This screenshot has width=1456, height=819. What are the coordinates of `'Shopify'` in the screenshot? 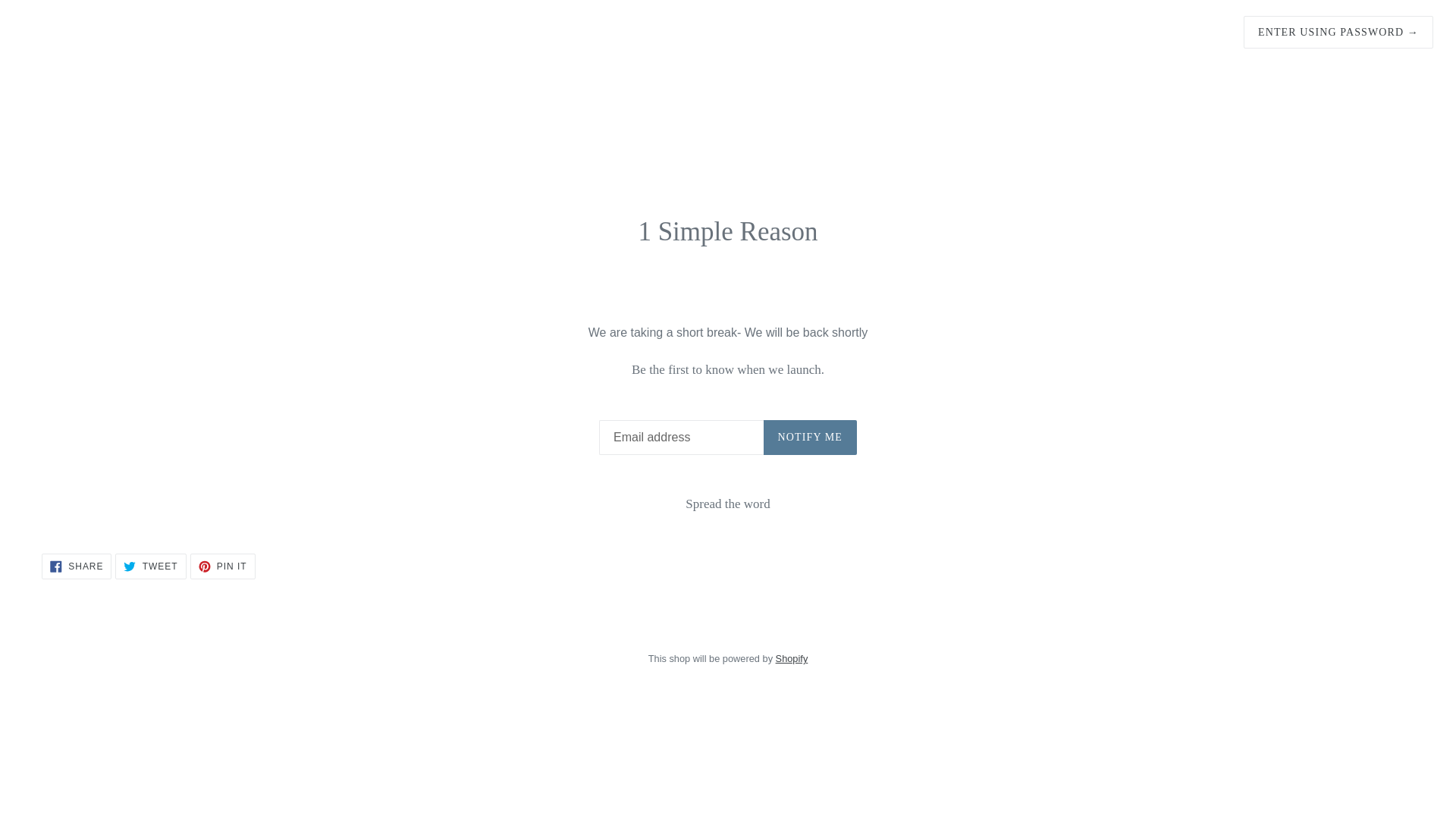 It's located at (791, 657).